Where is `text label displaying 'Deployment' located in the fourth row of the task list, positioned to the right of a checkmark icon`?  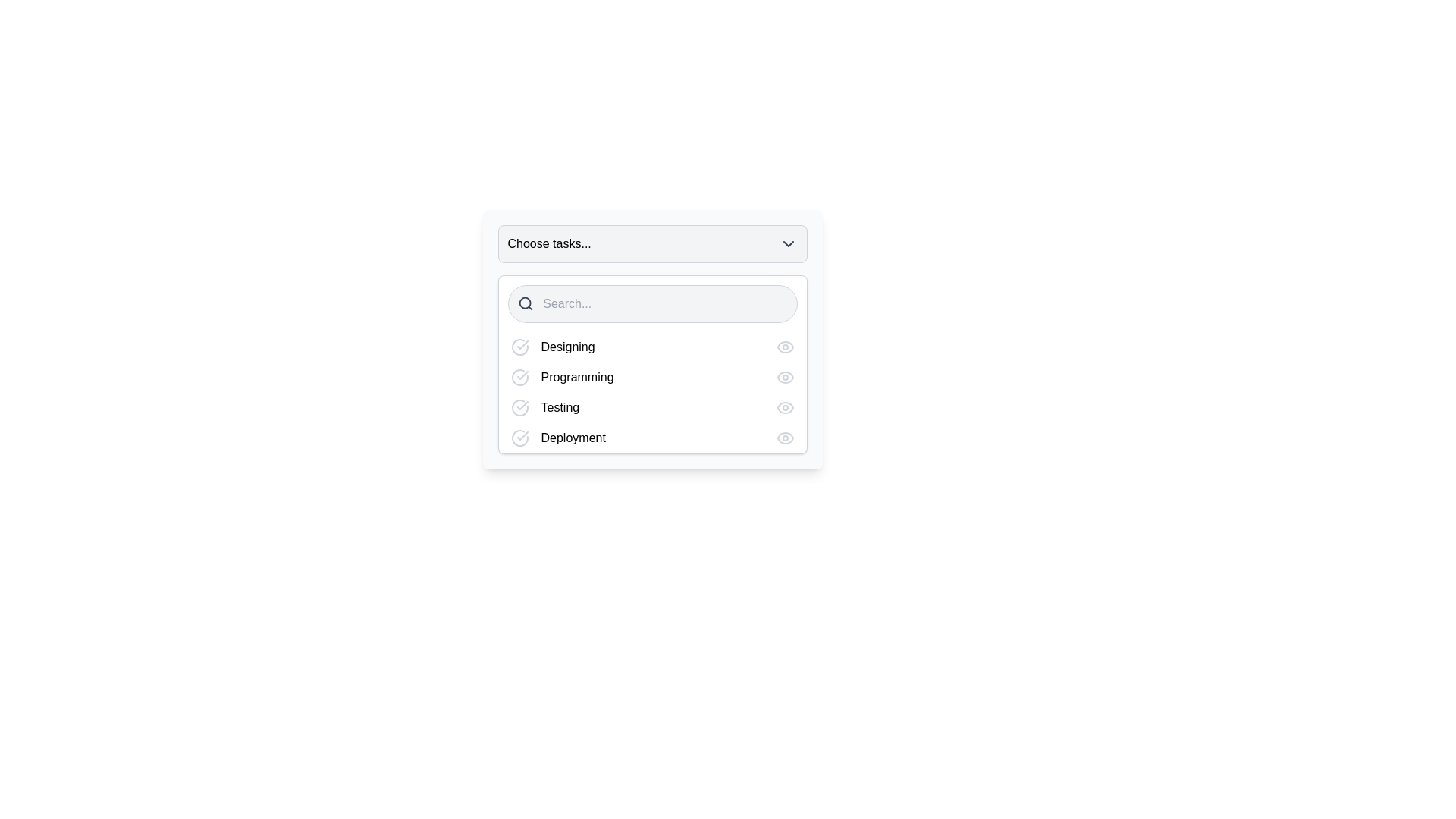
text label displaying 'Deployment' located in the fourth row of the task list, positioned to the right of a checkmark icon is located at coordinates (573, 438).